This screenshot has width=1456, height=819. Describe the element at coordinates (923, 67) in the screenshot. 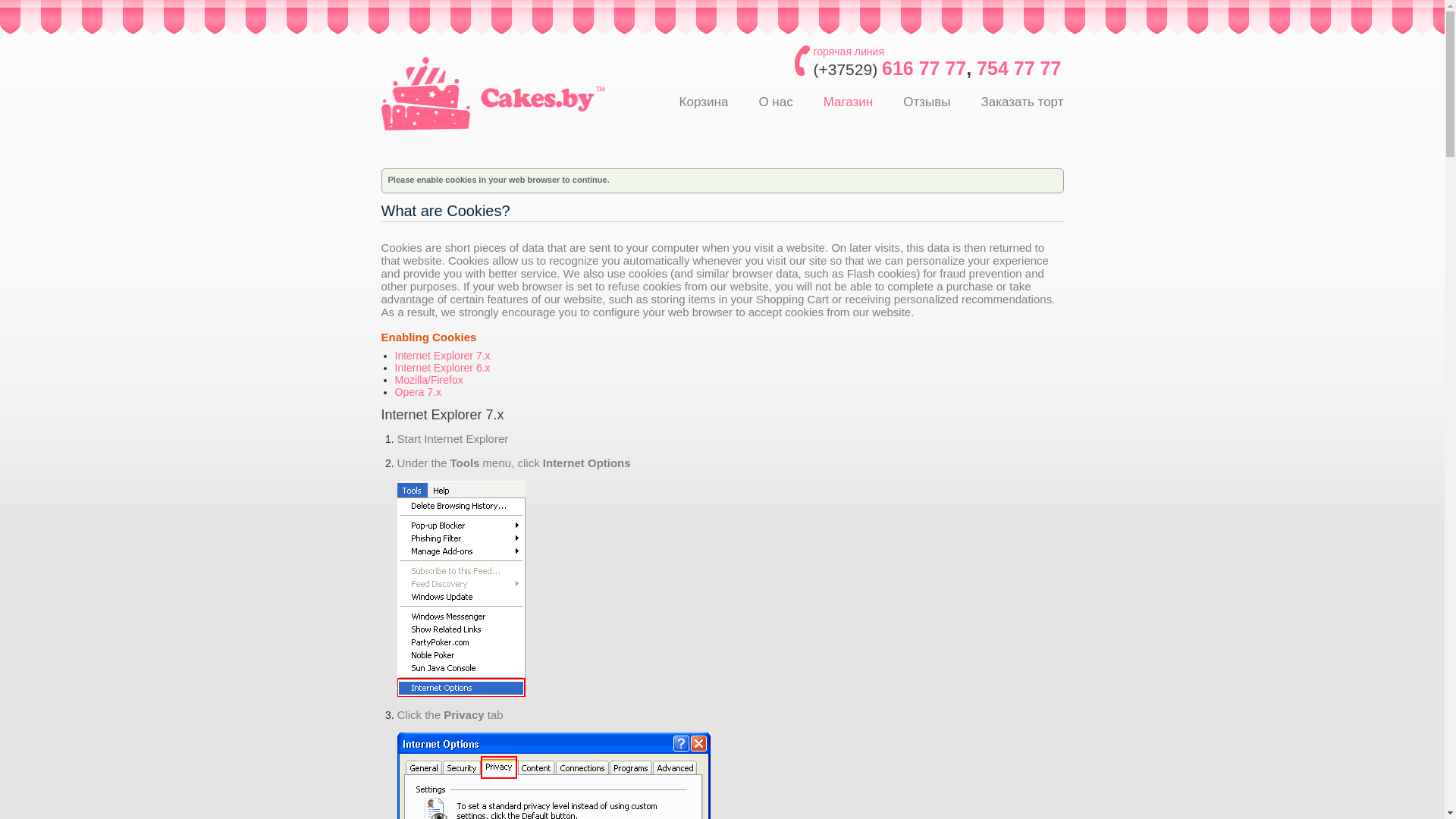

I see `'616 77 77'` at that location.